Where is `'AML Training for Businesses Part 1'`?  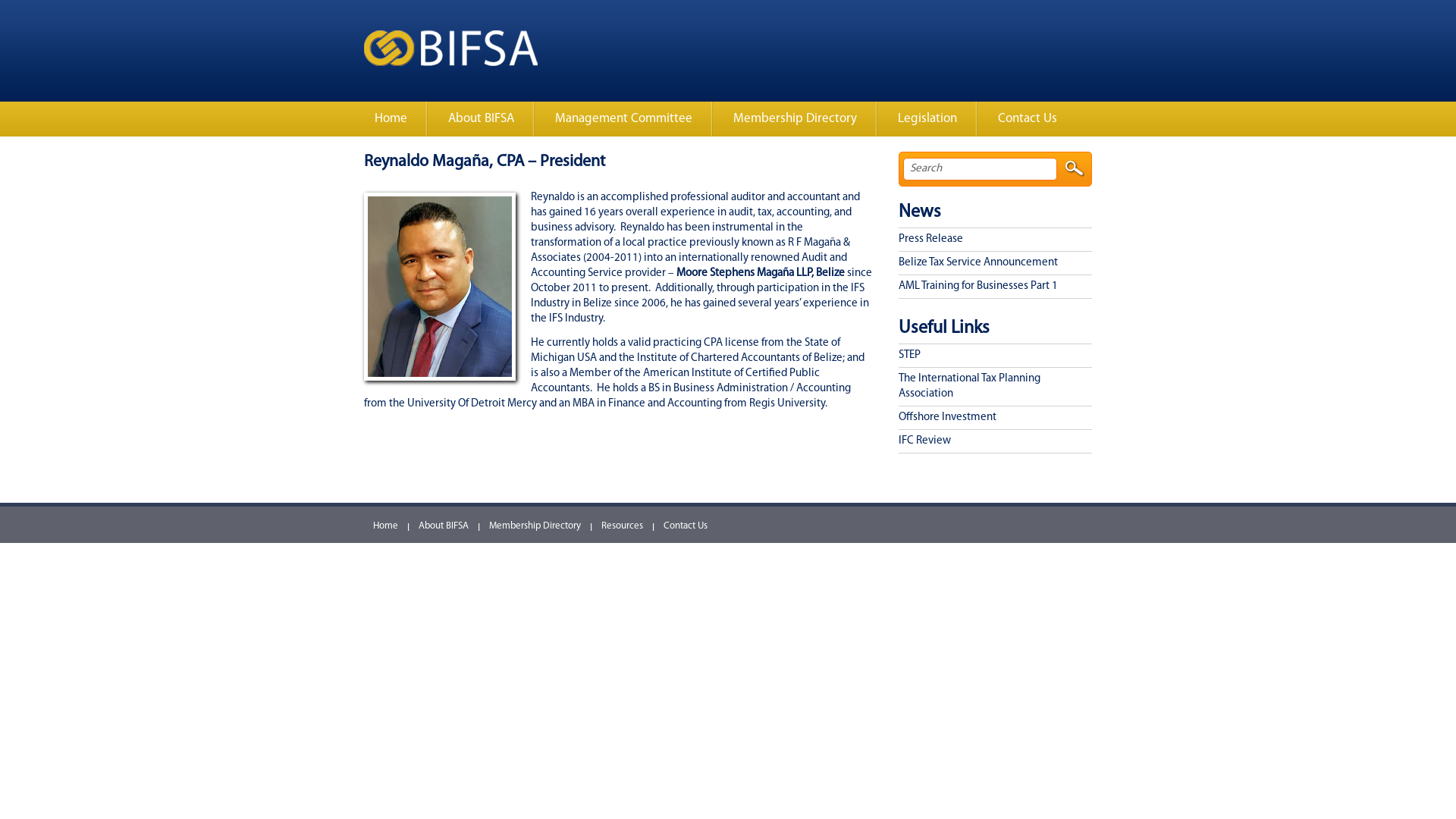 'AML Training for Businesses Part 1' is located at coordinates (899, 287).